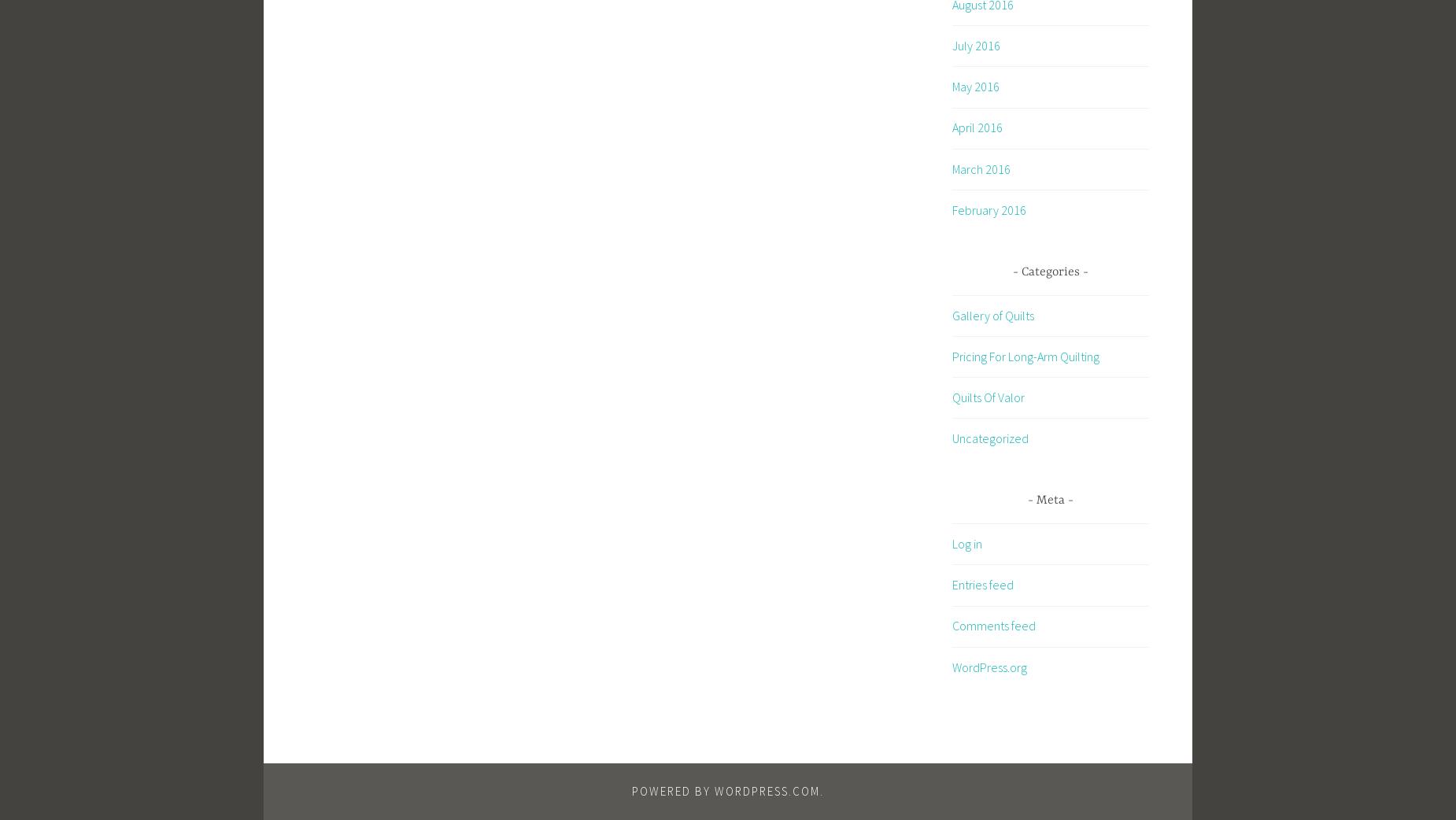 The height and width of the screenshot is (820, 1456). I want to click on 'Uncategorized', so click(989, 437).